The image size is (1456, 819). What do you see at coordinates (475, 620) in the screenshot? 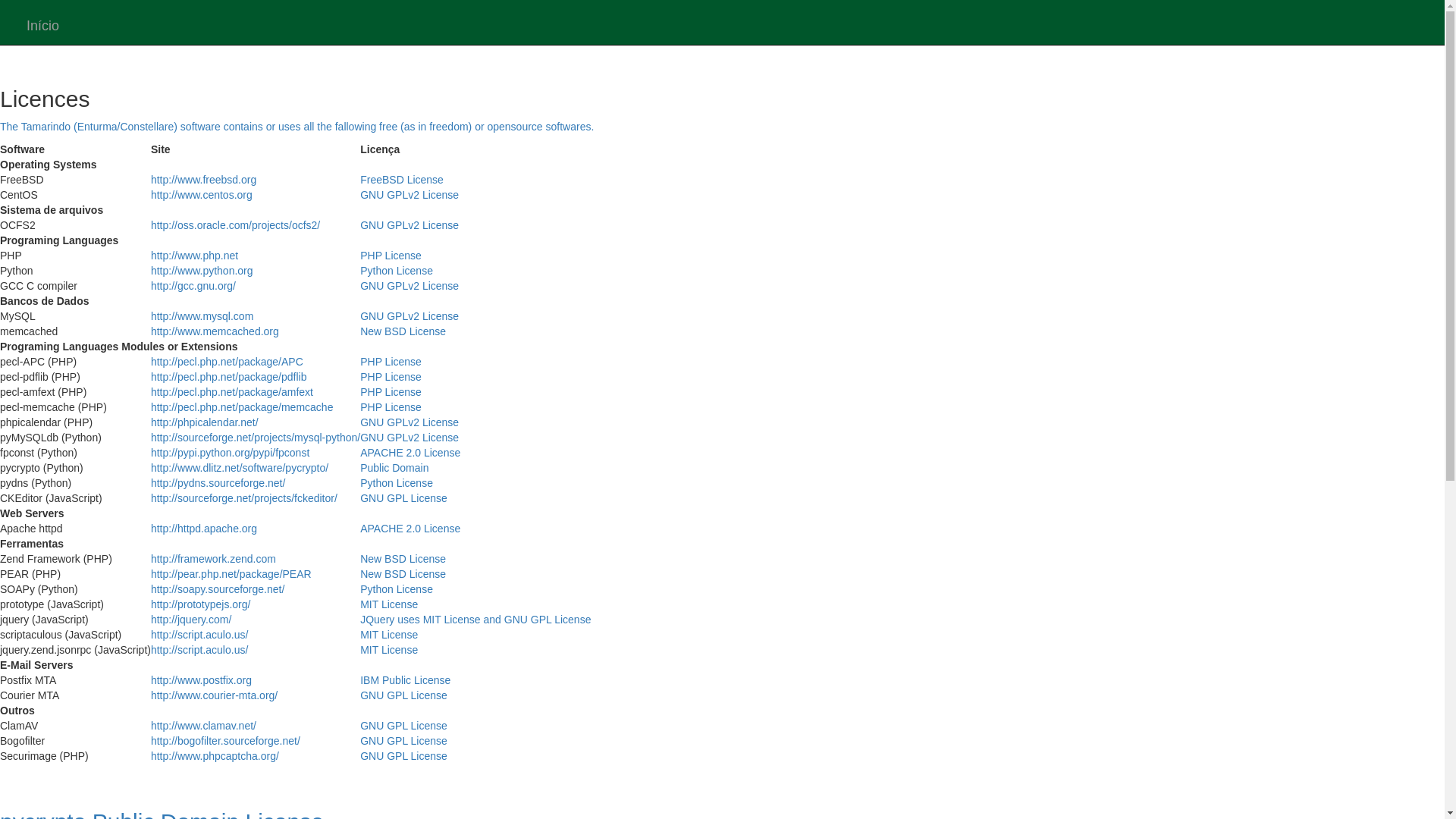
I see `'JQuery uses MIT License and GNU GPL License'` at bounding box center [475, 620].